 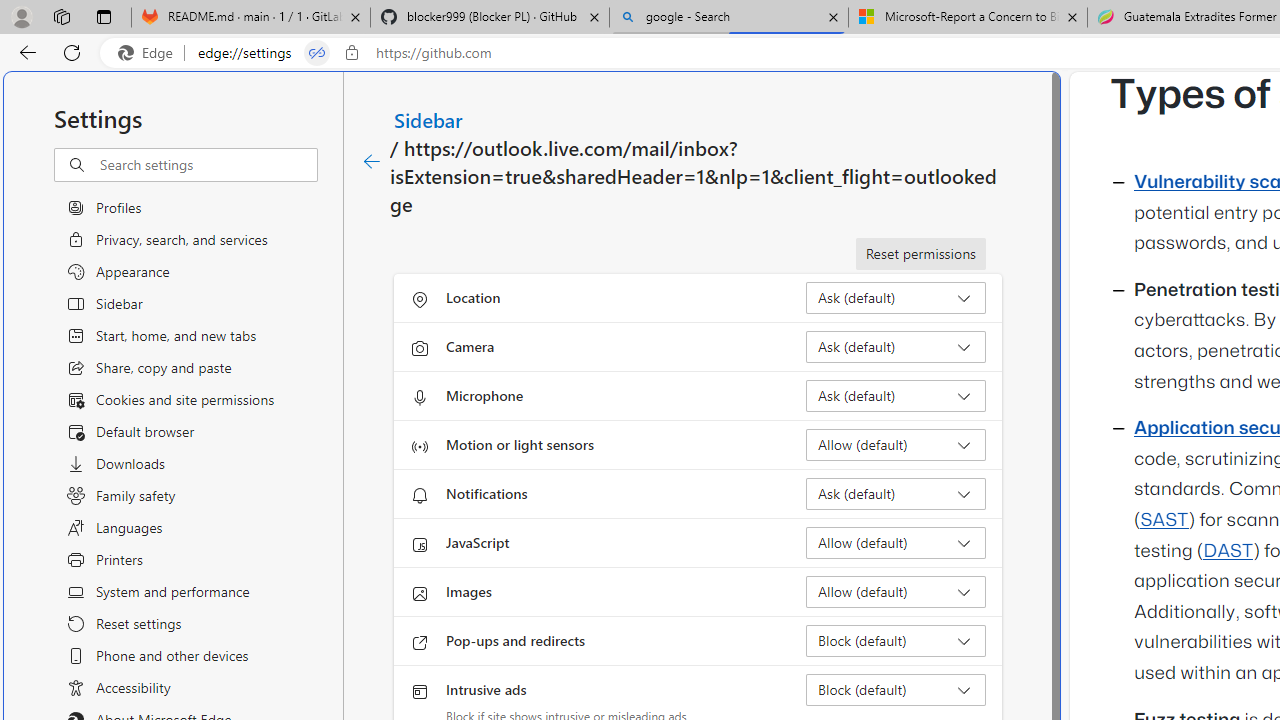 What do you see at coordinates (895, 443) in the screenshot?
I see `'Motion or light sensors Allow (default)'` at bounding box center [895, 443].